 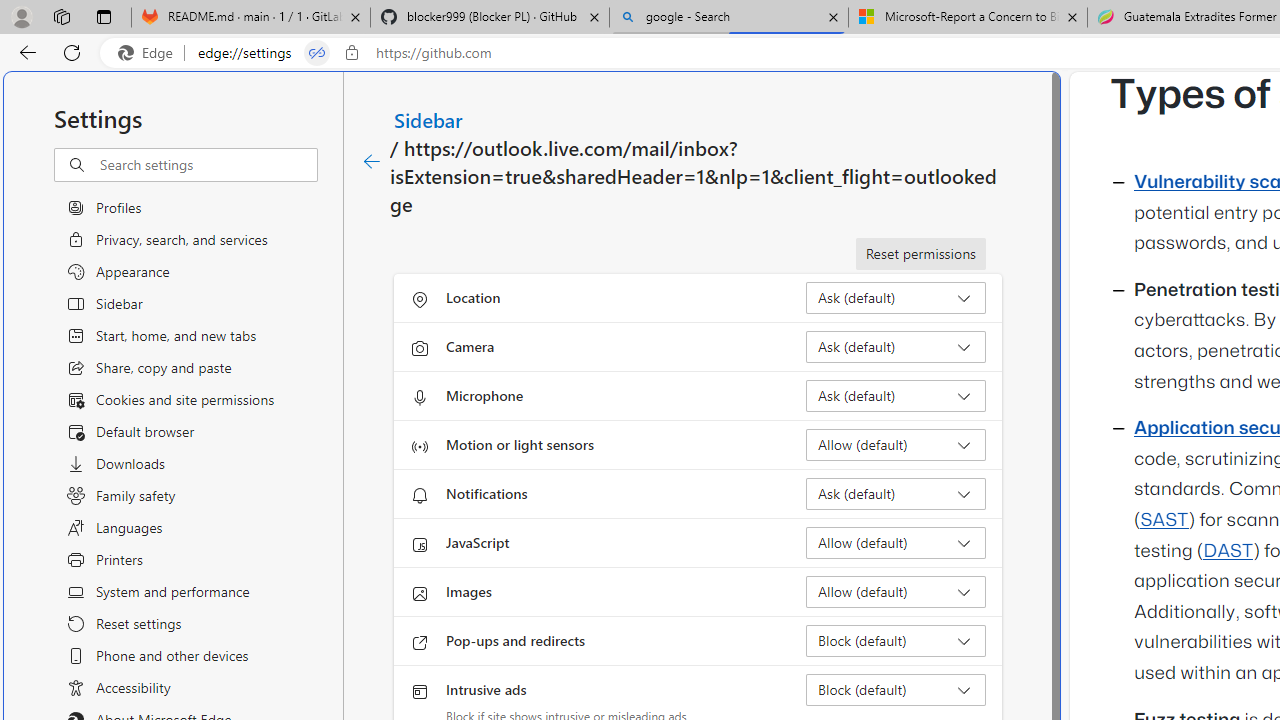 What do you see at coordinates (895, 443) in the screenshot?
I see `'Motion or light sensors Allow (default)'` at bounding box center [895, 443].